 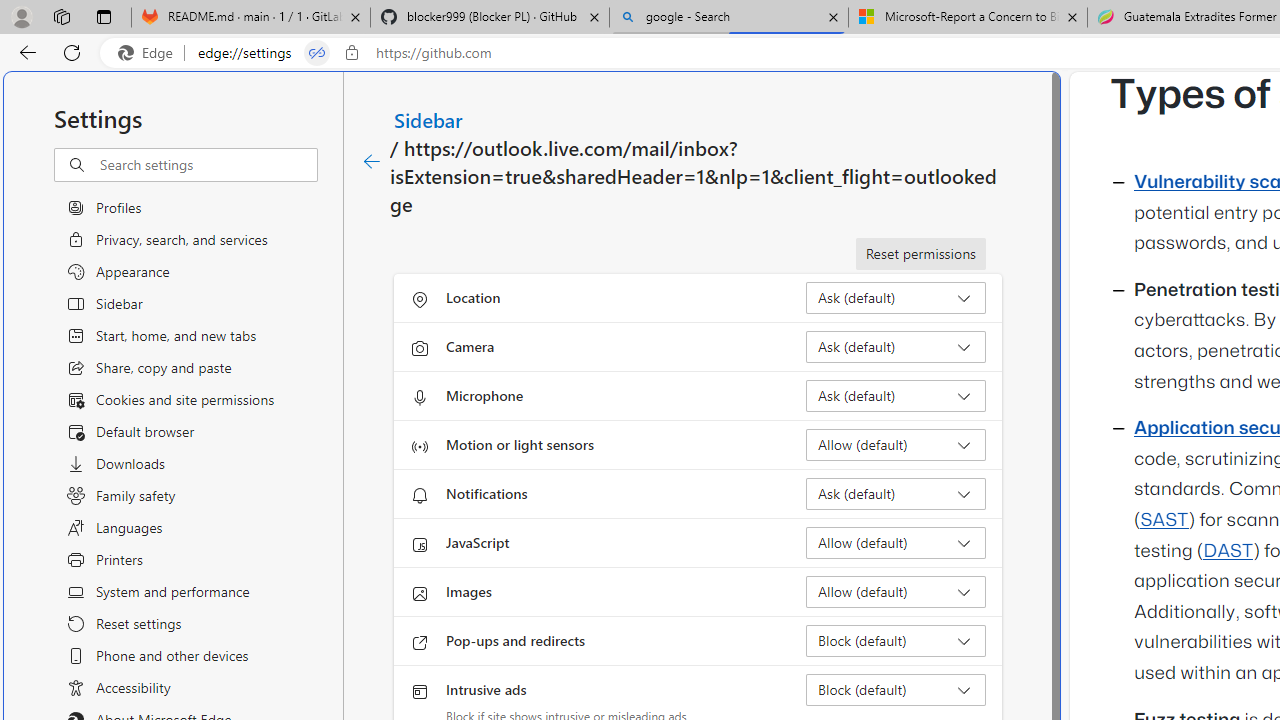 What do you see at coordinates (895, 443) in the screenshot?
I see `'Motion or light sensors Allow (default)'` at bounding box center [895, 443].